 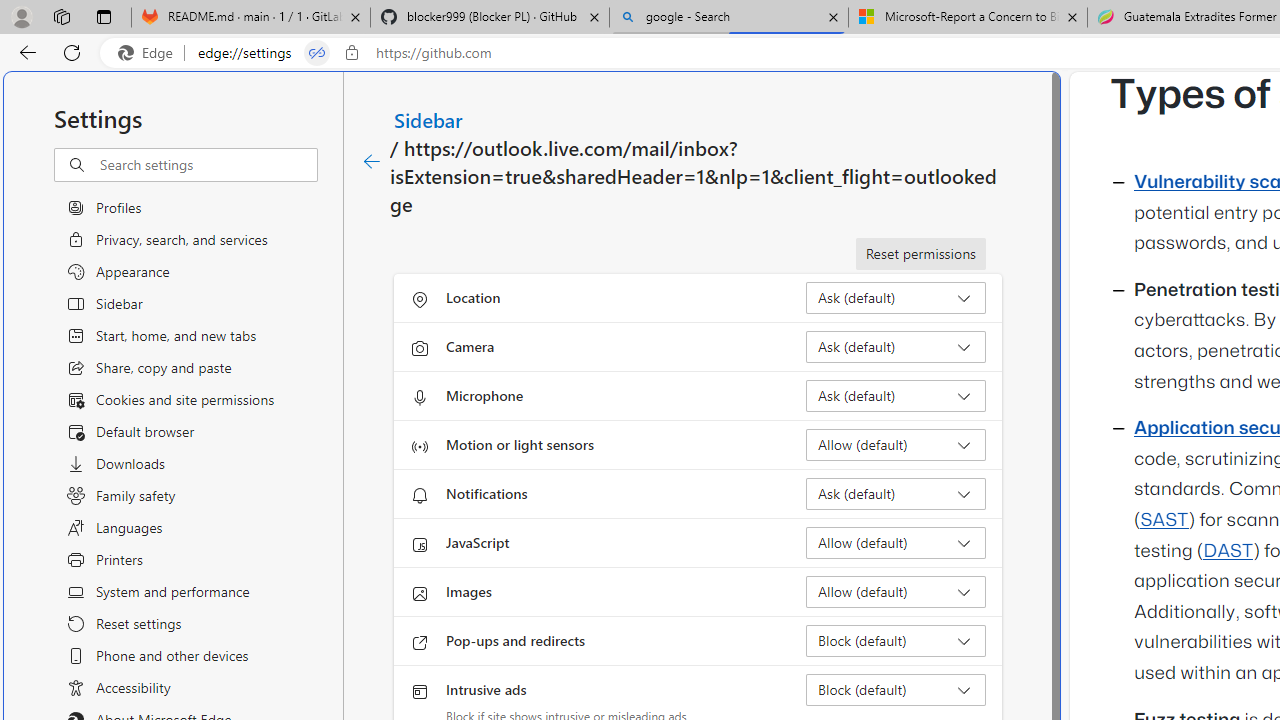 What do you see at coordinates (895, 443) in the screenshot?
I see `'Motion or light sensors Allow (default)'` at bounding box center [895, 443].